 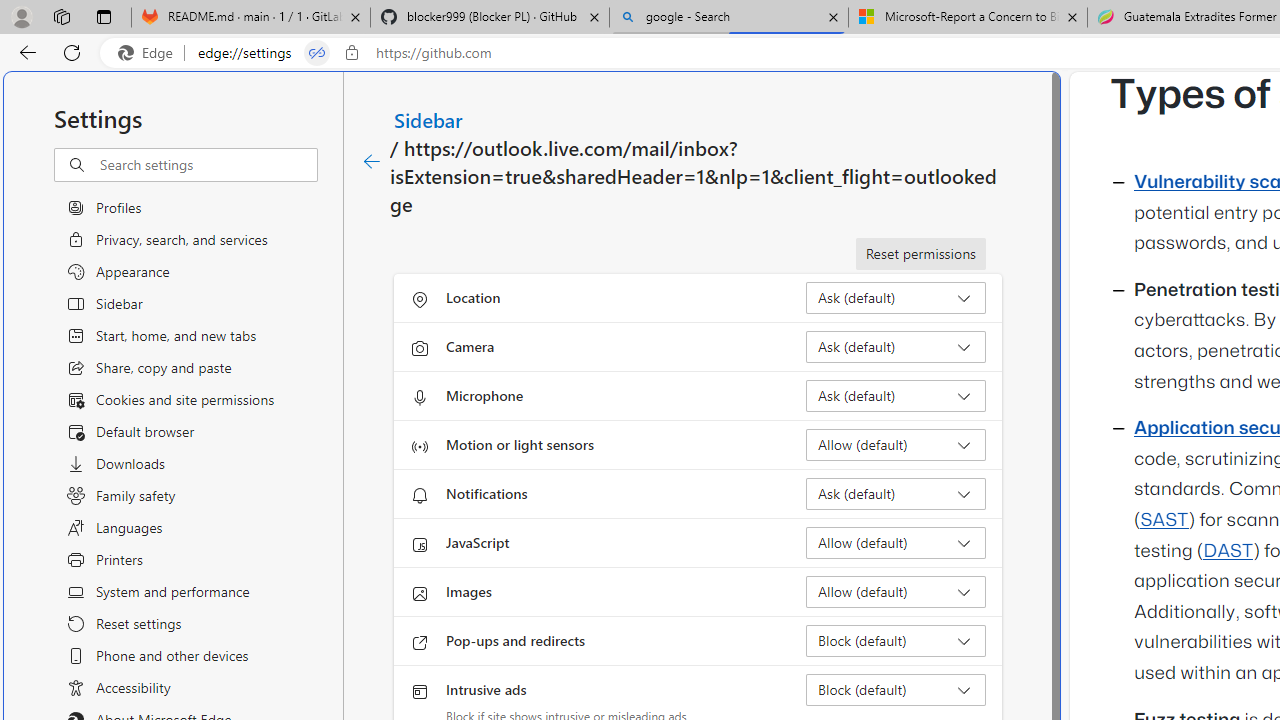 What do you see at coordinates (895, 443) in the screenshot?
I see `'Motion or light sensors Allow (default)'` at bounding box center [895, 443].